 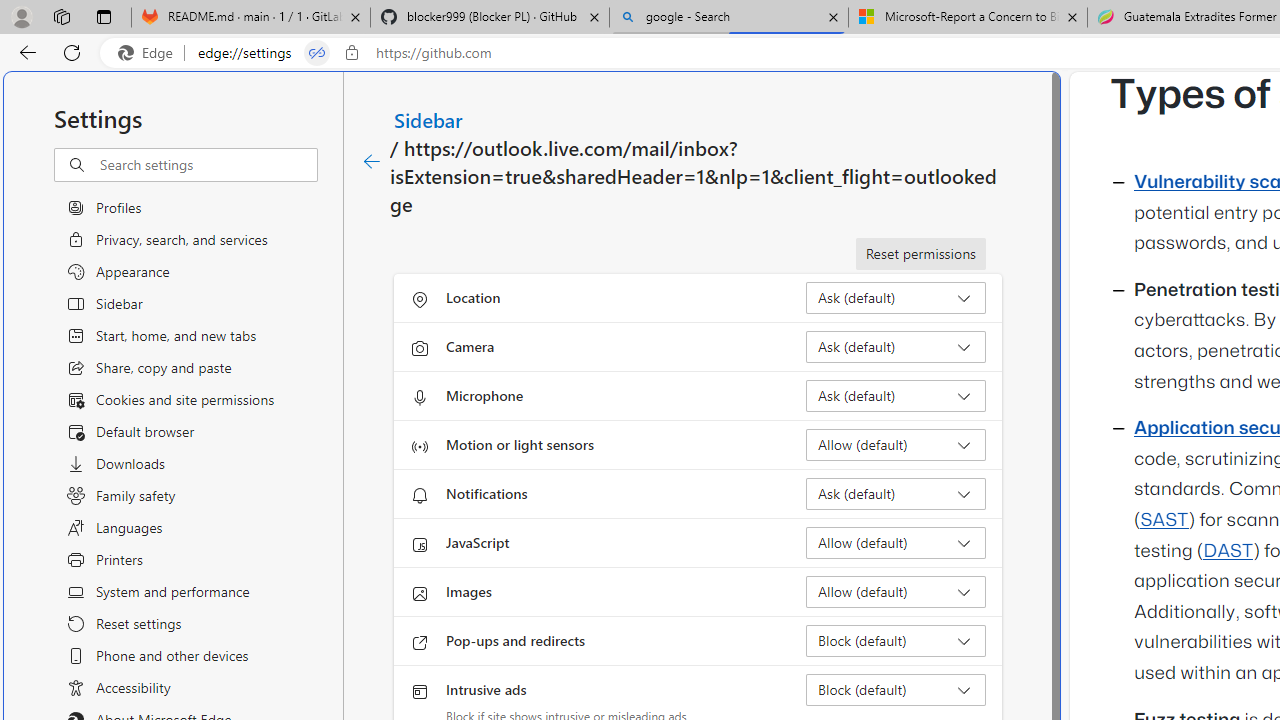 What do you see at coordinates (895, 443) in the screenshot?
I see `'Motion or light sensors Allow (default)'` at bounding box center [895, 443].